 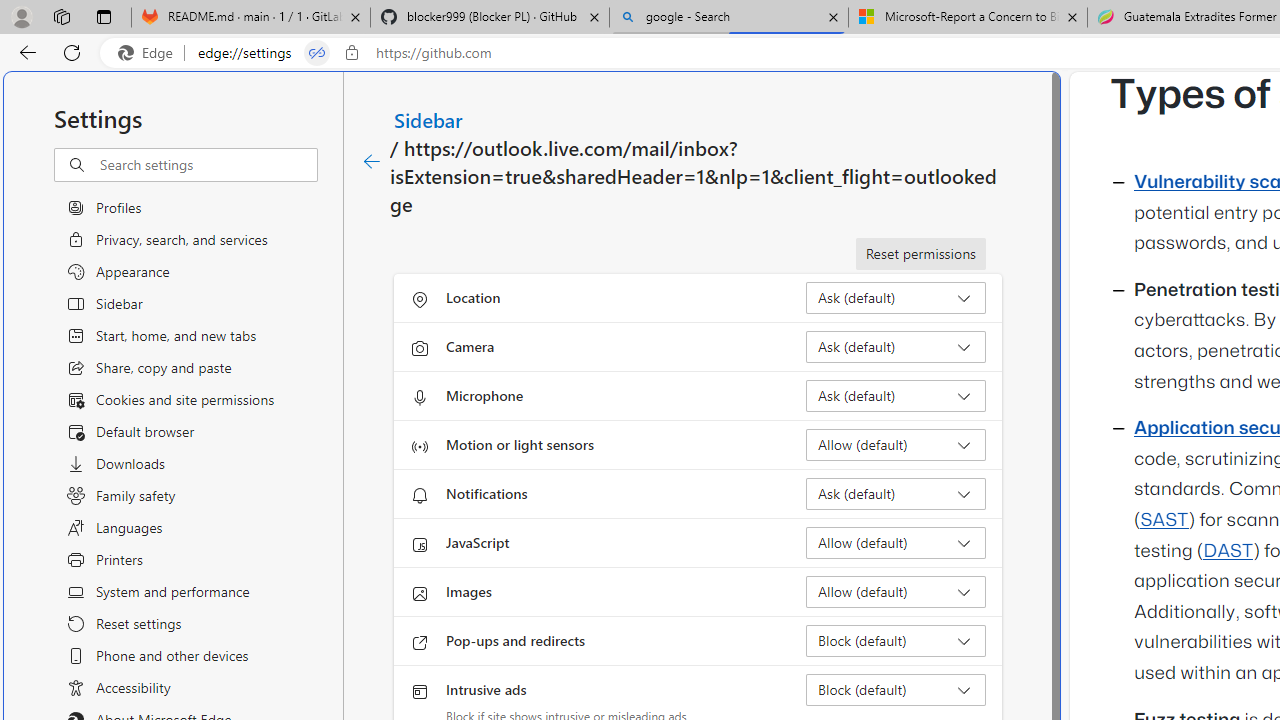 What do you see at coordinates (895, 443) in the screenshot?
I see `'Motion or light sensors Allow (default)'` at bounding box center [895, 443].